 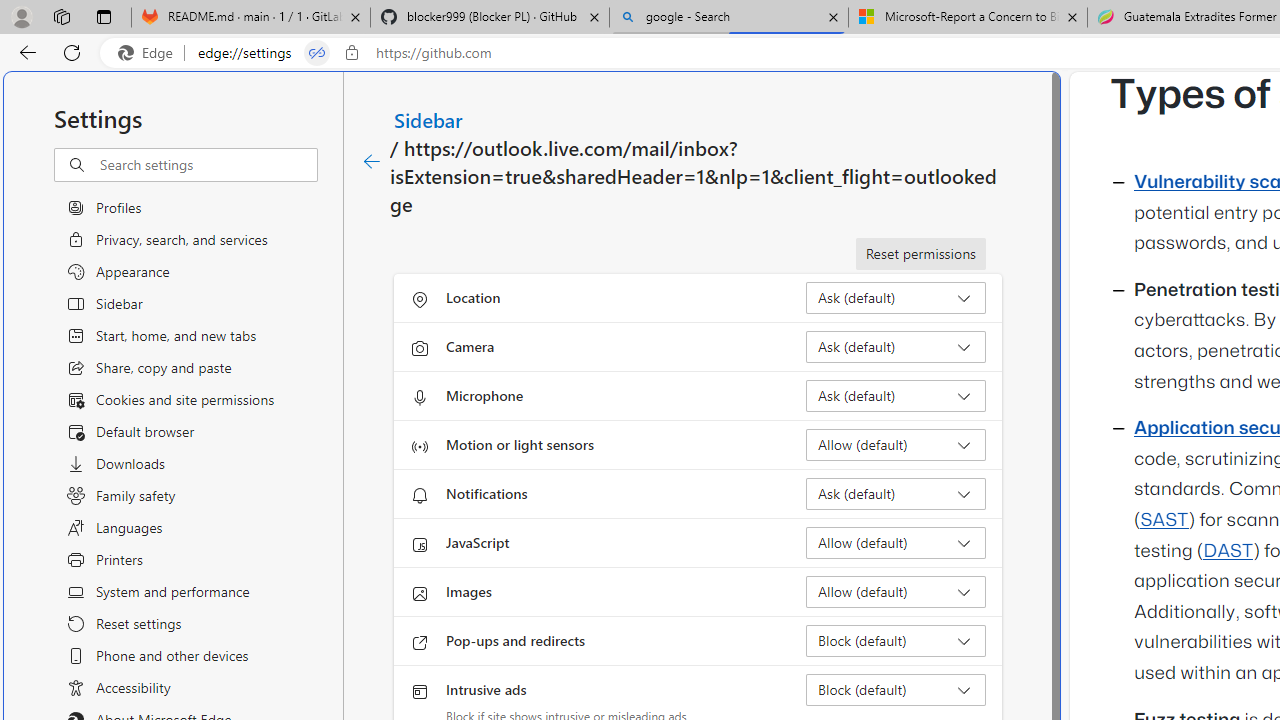 What do you see at coordinates (895, 443) in the screenshot?
I see `'Motion or light sensors Allow (default)'` at bounding box center [895, 443].